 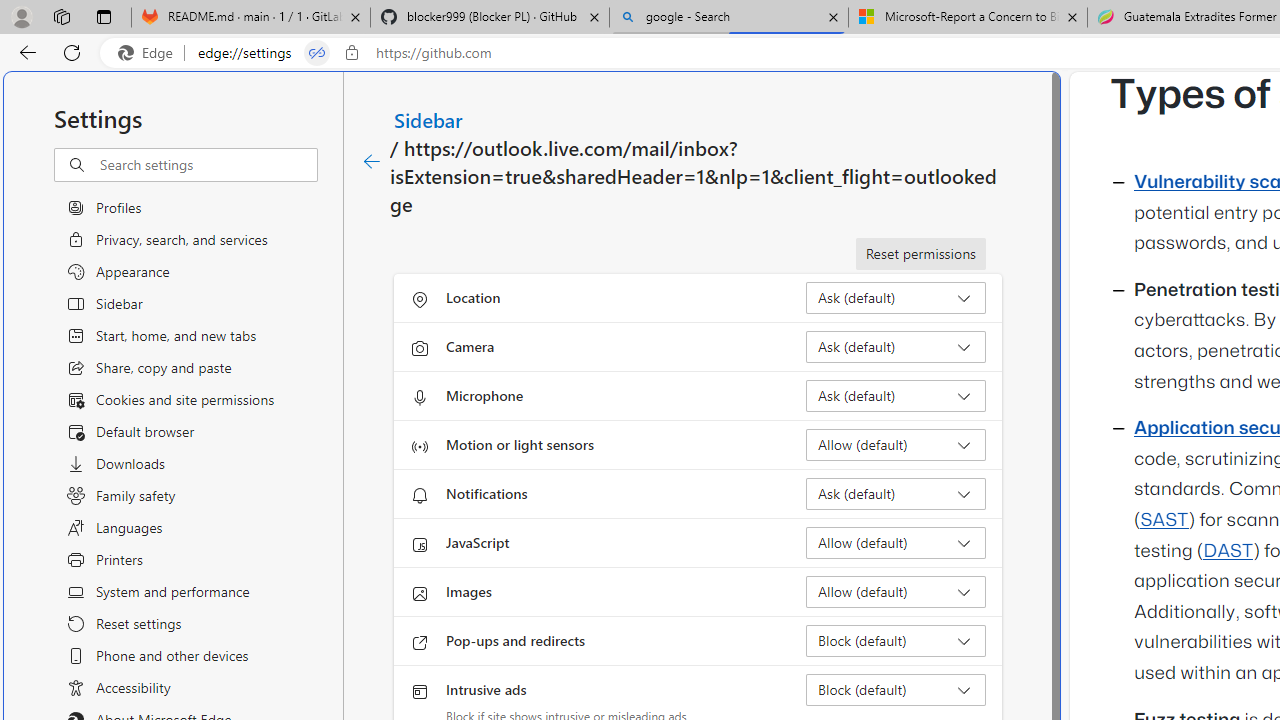 What do you see at coordinates (895, 443) in the screenshot?
I see `'Motion or light sensors Allow (default)'` at bounding box center [895, 443].